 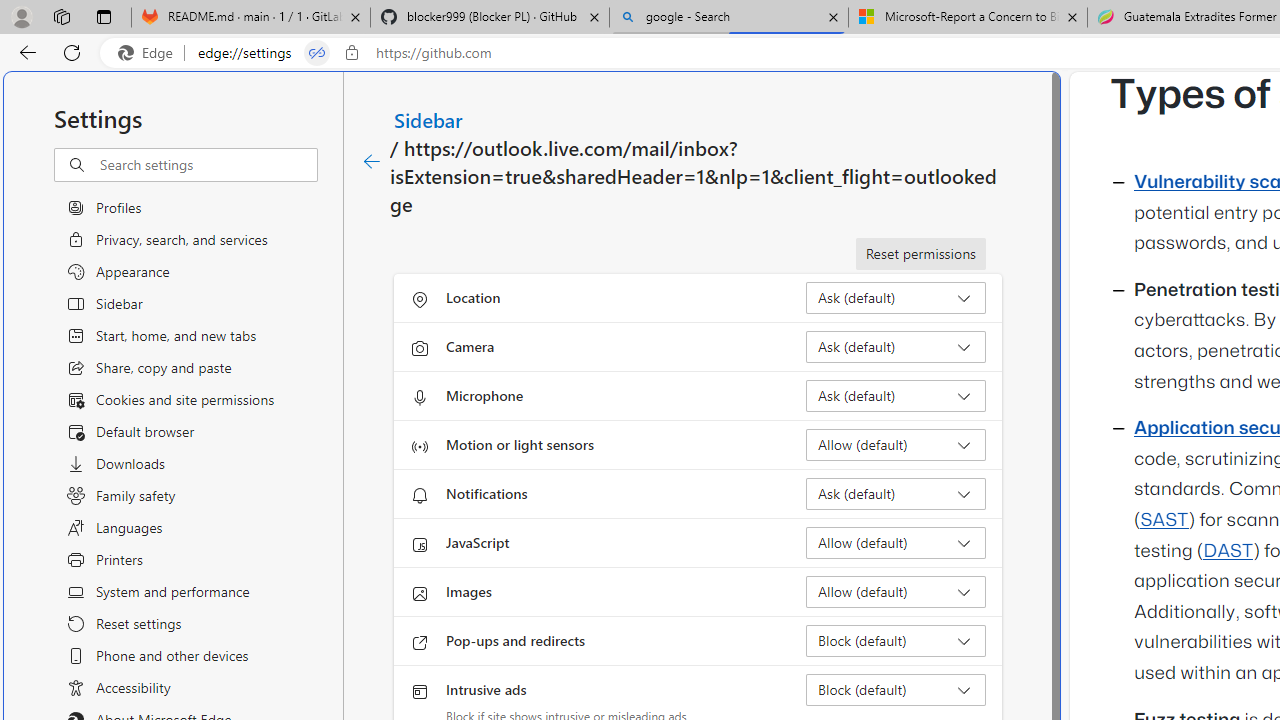 What do you see at coordinates (895, 443) in the screenshot?
I see `'Motion or light sensors Allow (default)'` at bounding box center [895, 443].